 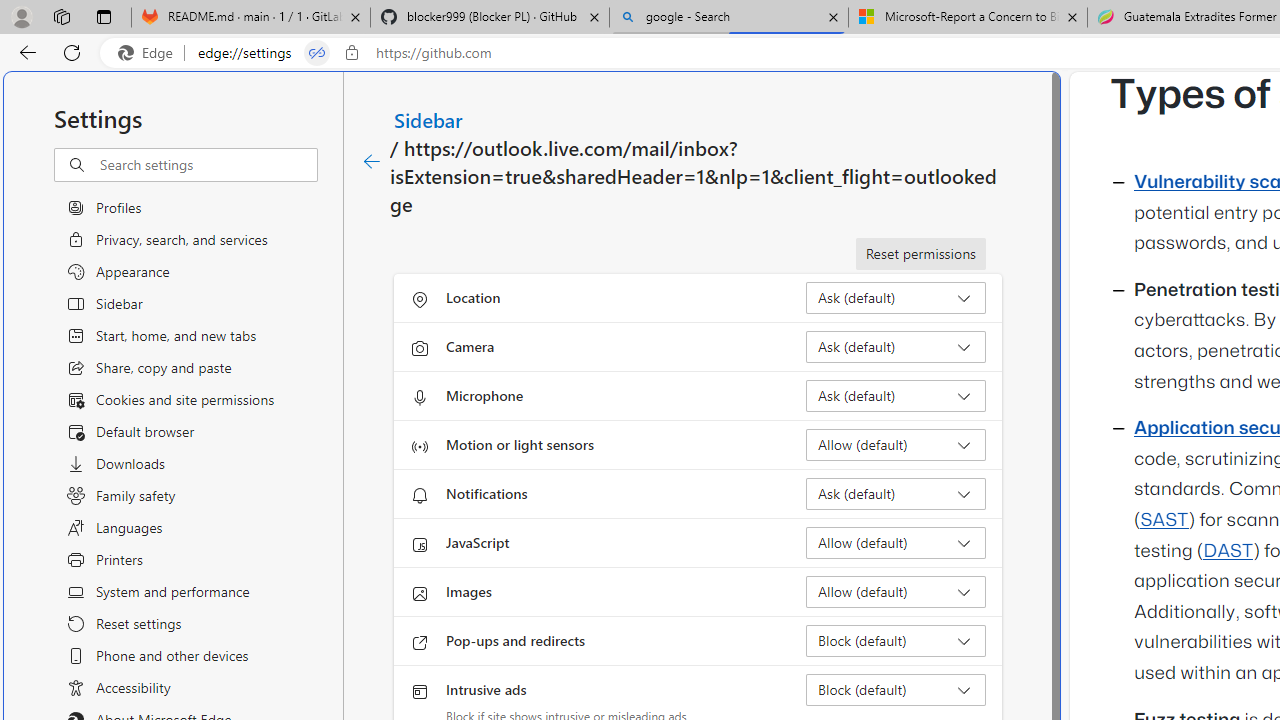 What do you see at coordinates (895, 443) in the screenshot?
I see `'Motion or light sensors Allow (default)'` at bounding box center [895, 443].